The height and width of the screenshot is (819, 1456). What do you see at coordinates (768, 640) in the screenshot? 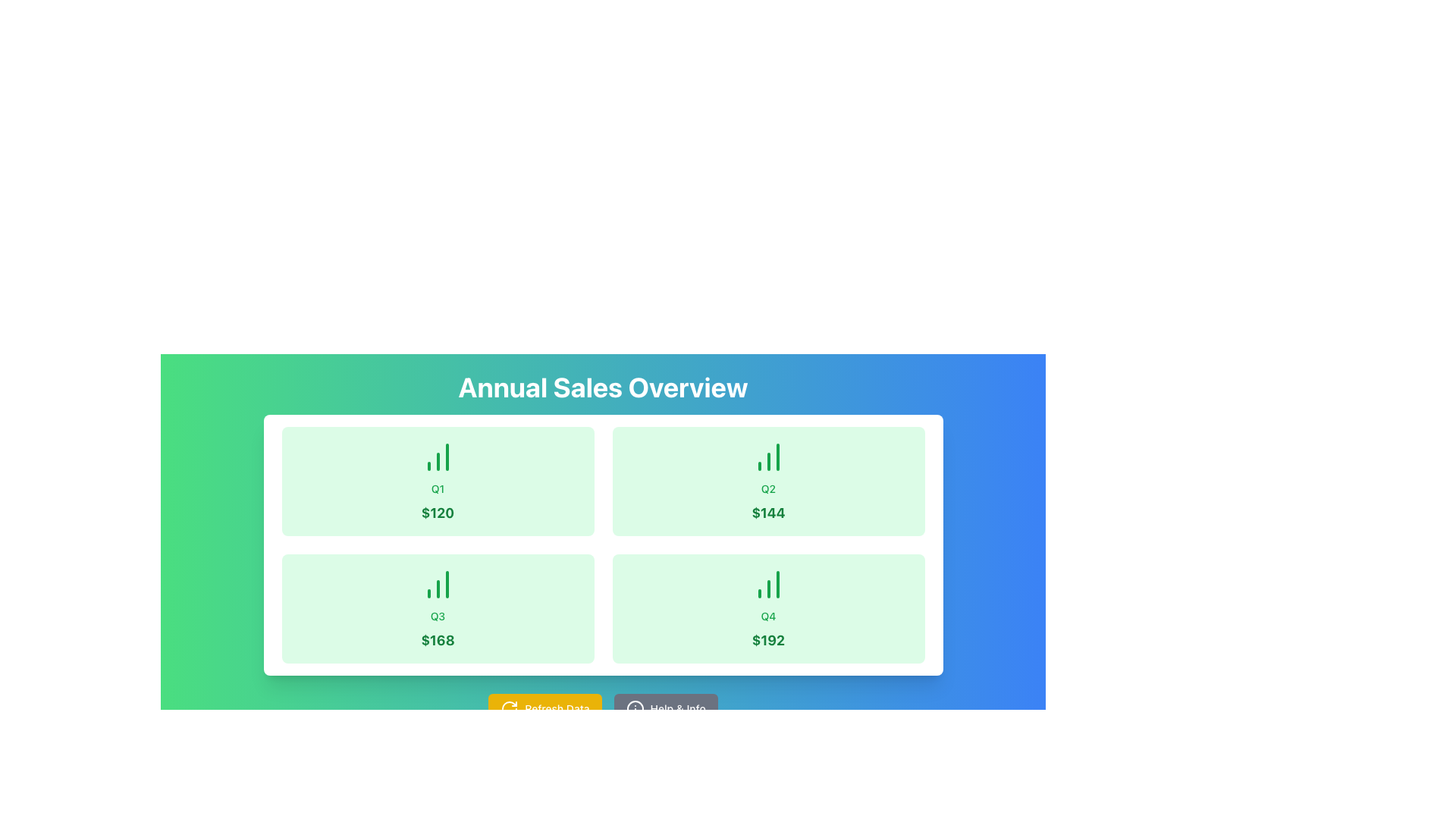
I see `the Text Label displaying the Q4 category value` at bounding box center [768, 640].